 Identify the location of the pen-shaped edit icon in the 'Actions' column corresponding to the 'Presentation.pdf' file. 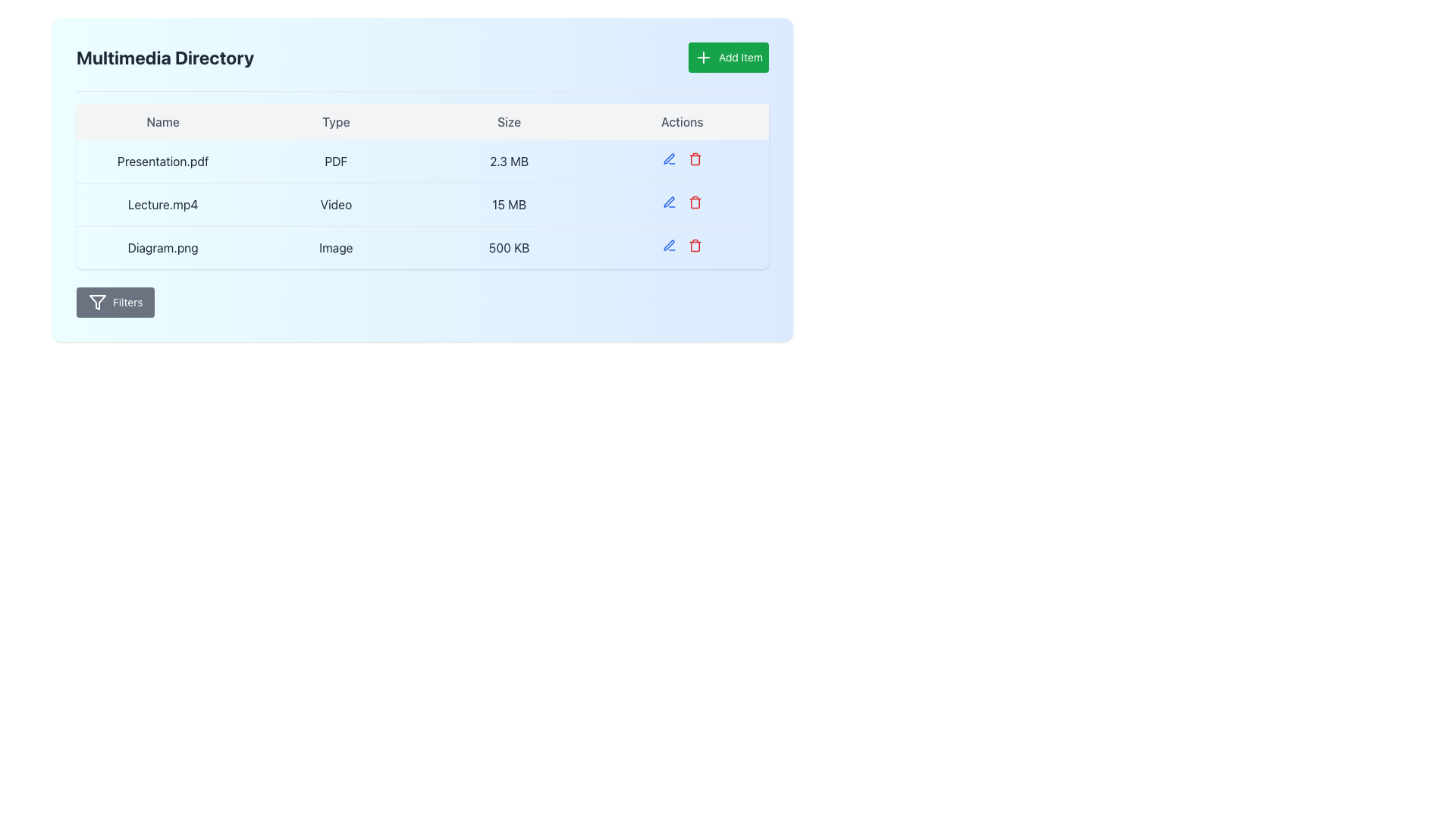
(668, 244).